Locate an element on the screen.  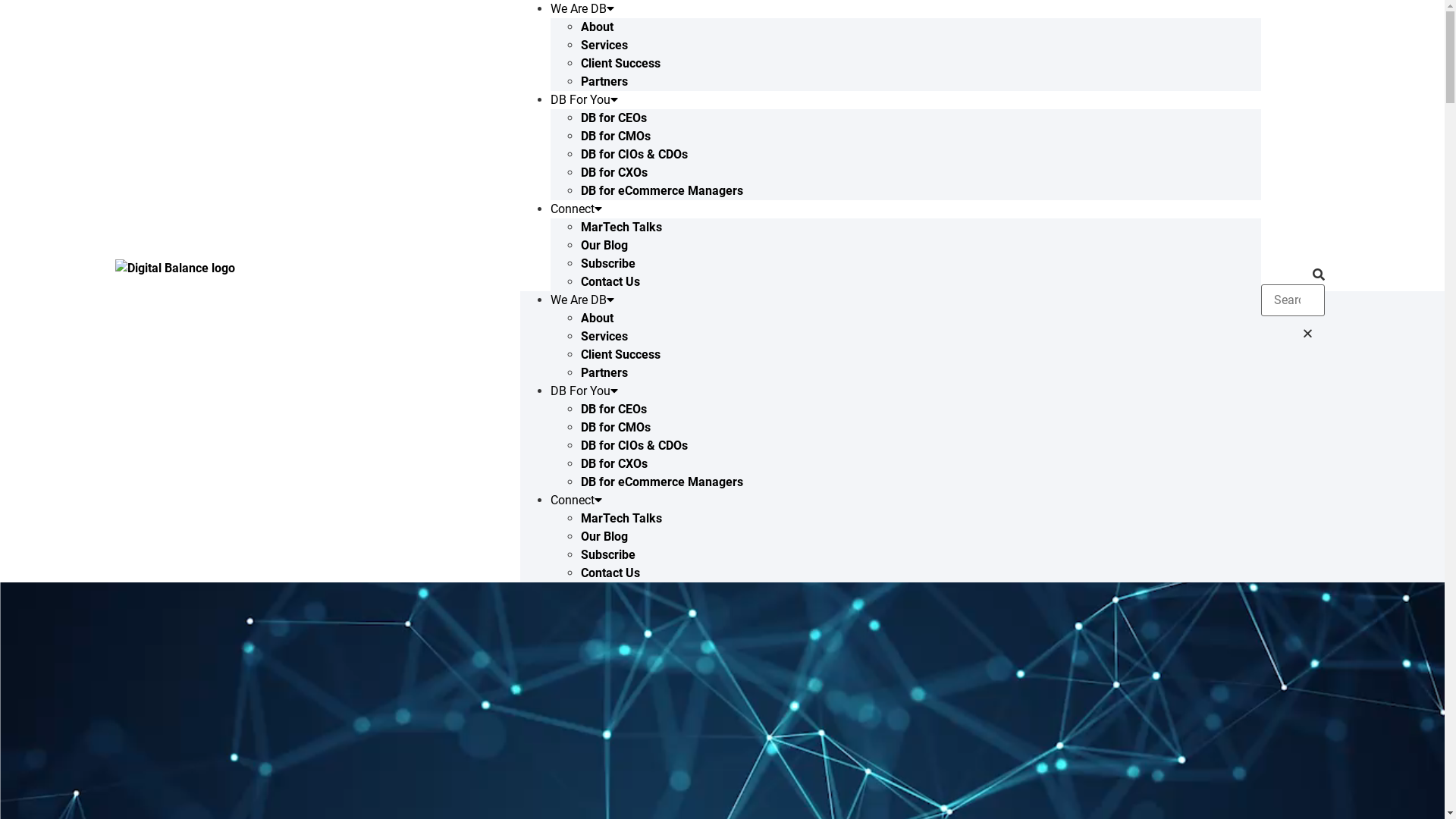
'About' is located at coordinates (596, 317).